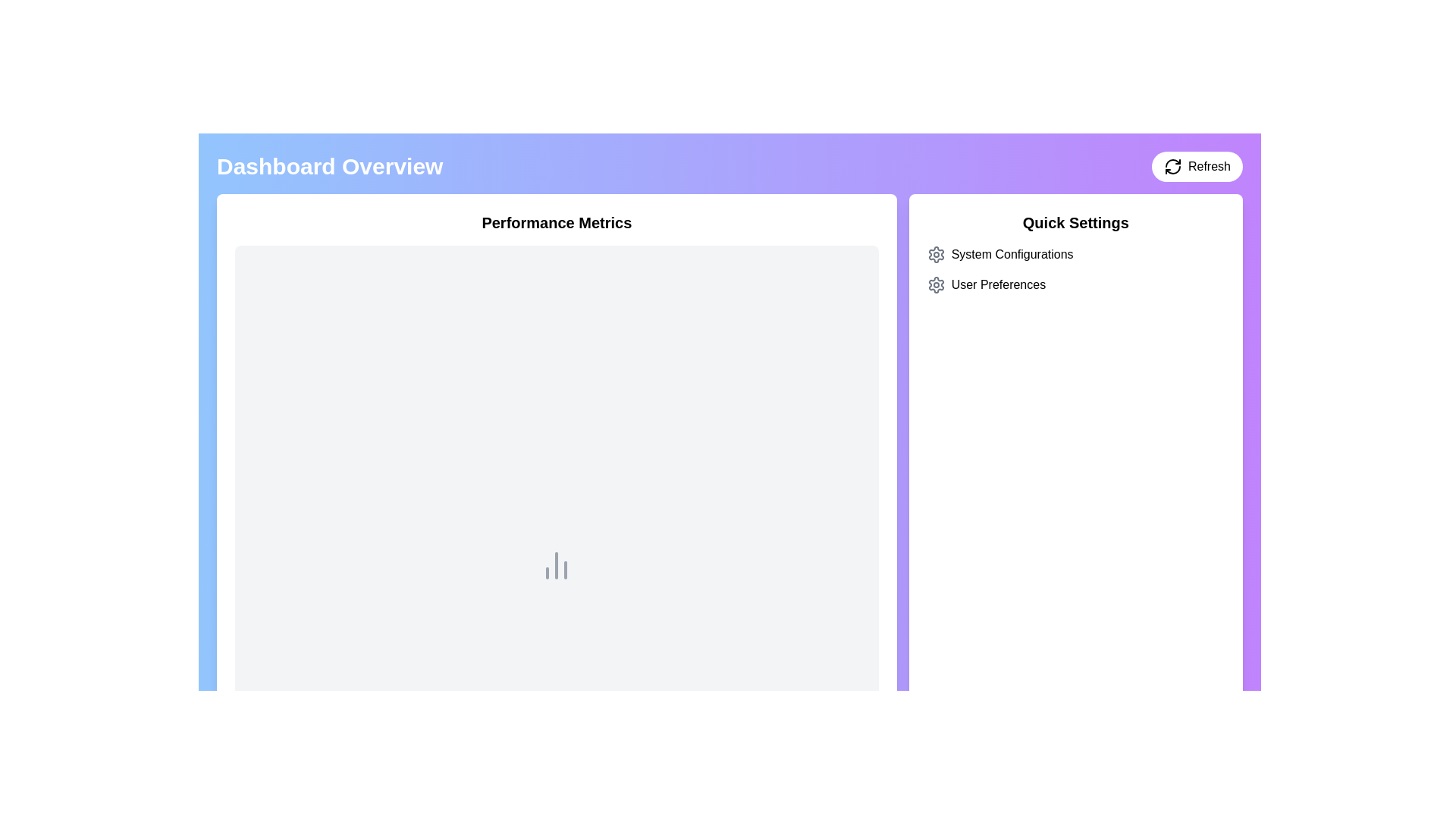 The image size is (1456, 819). I want to click on the 'System Configurations' text label in the 'Quick Settings' section, so click(1012, 253).